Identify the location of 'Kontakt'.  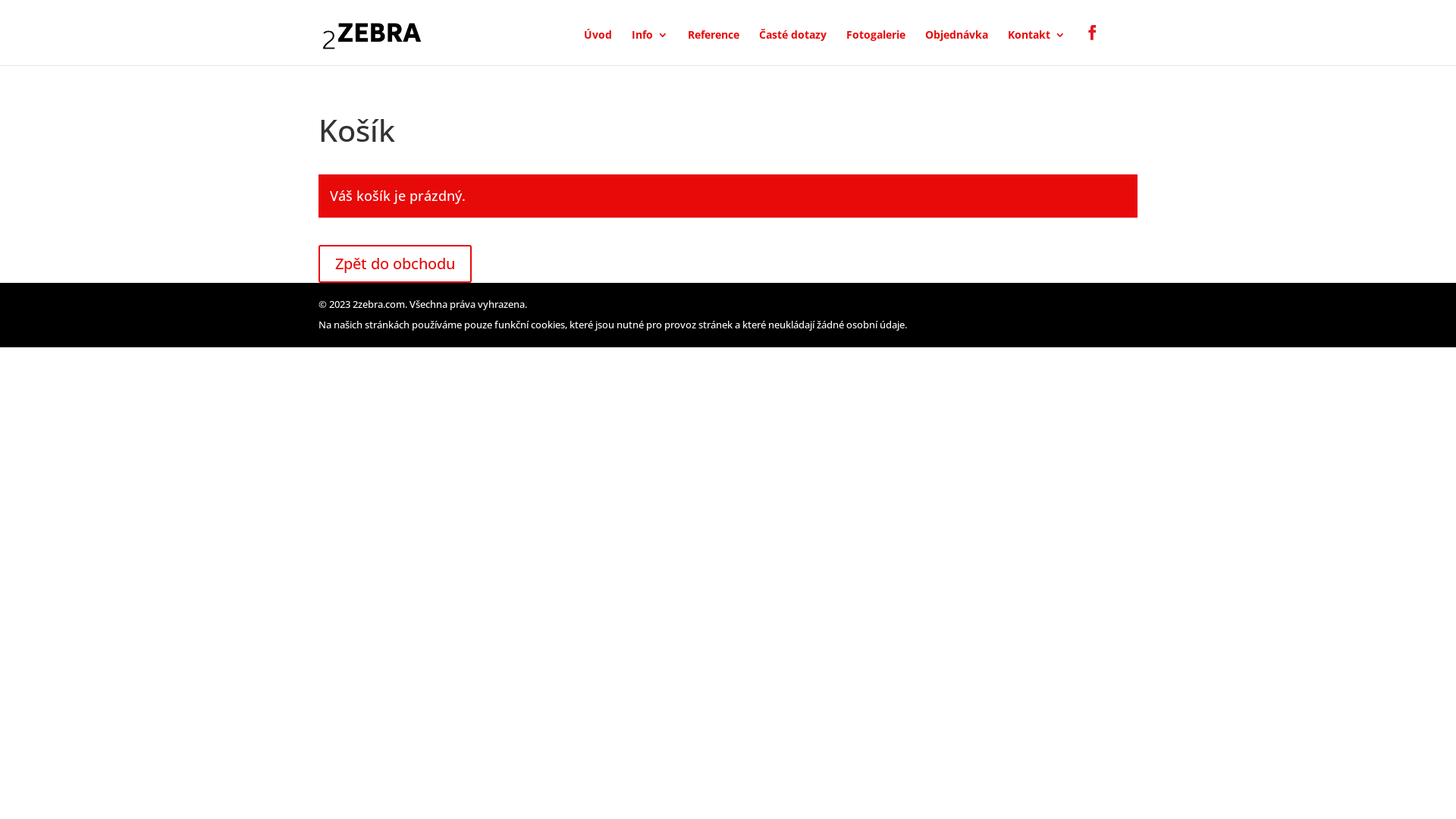
(1036, 46).